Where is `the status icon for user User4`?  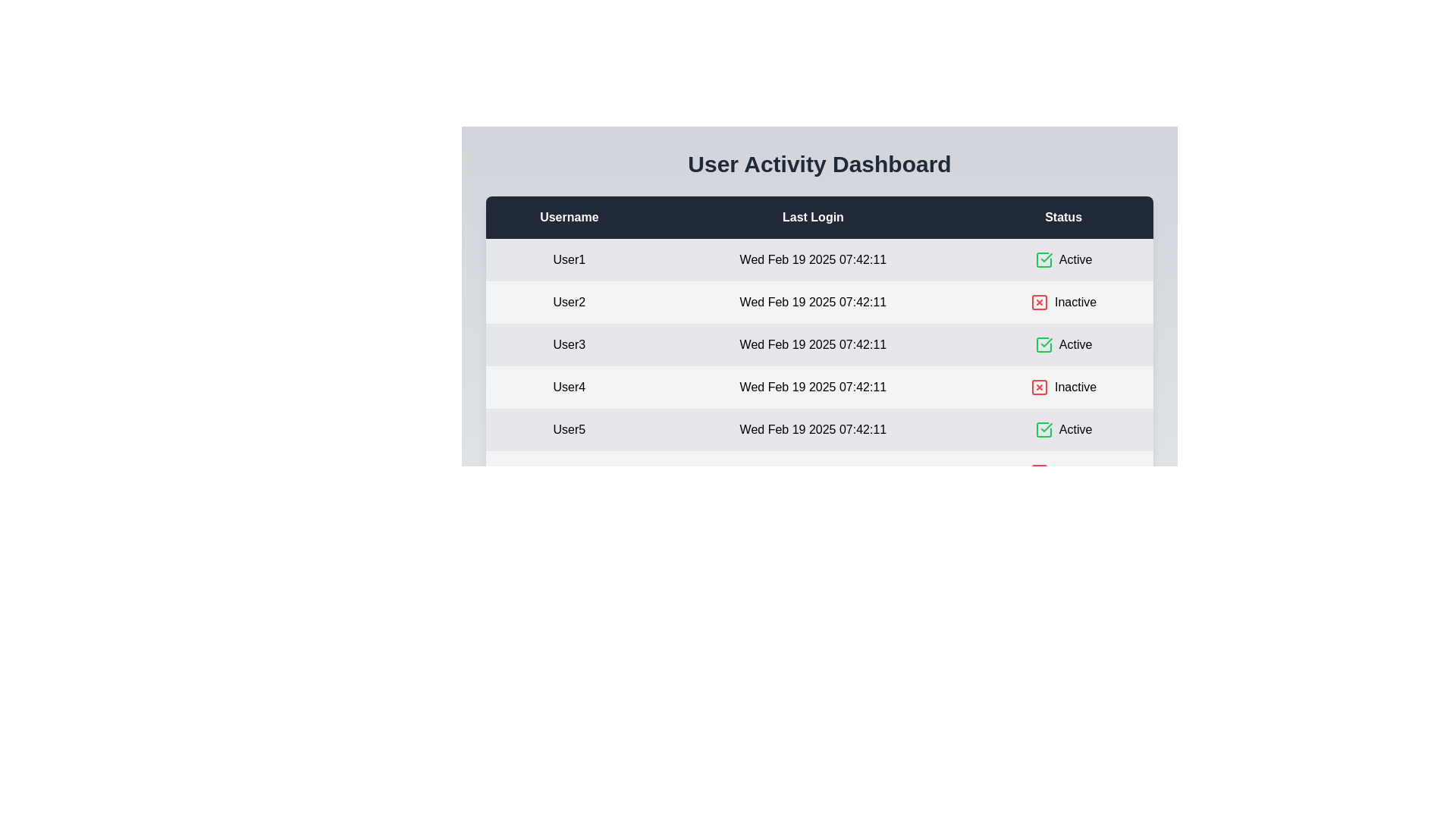 the status icon for user User4 is located at coordinates (1039, 386).